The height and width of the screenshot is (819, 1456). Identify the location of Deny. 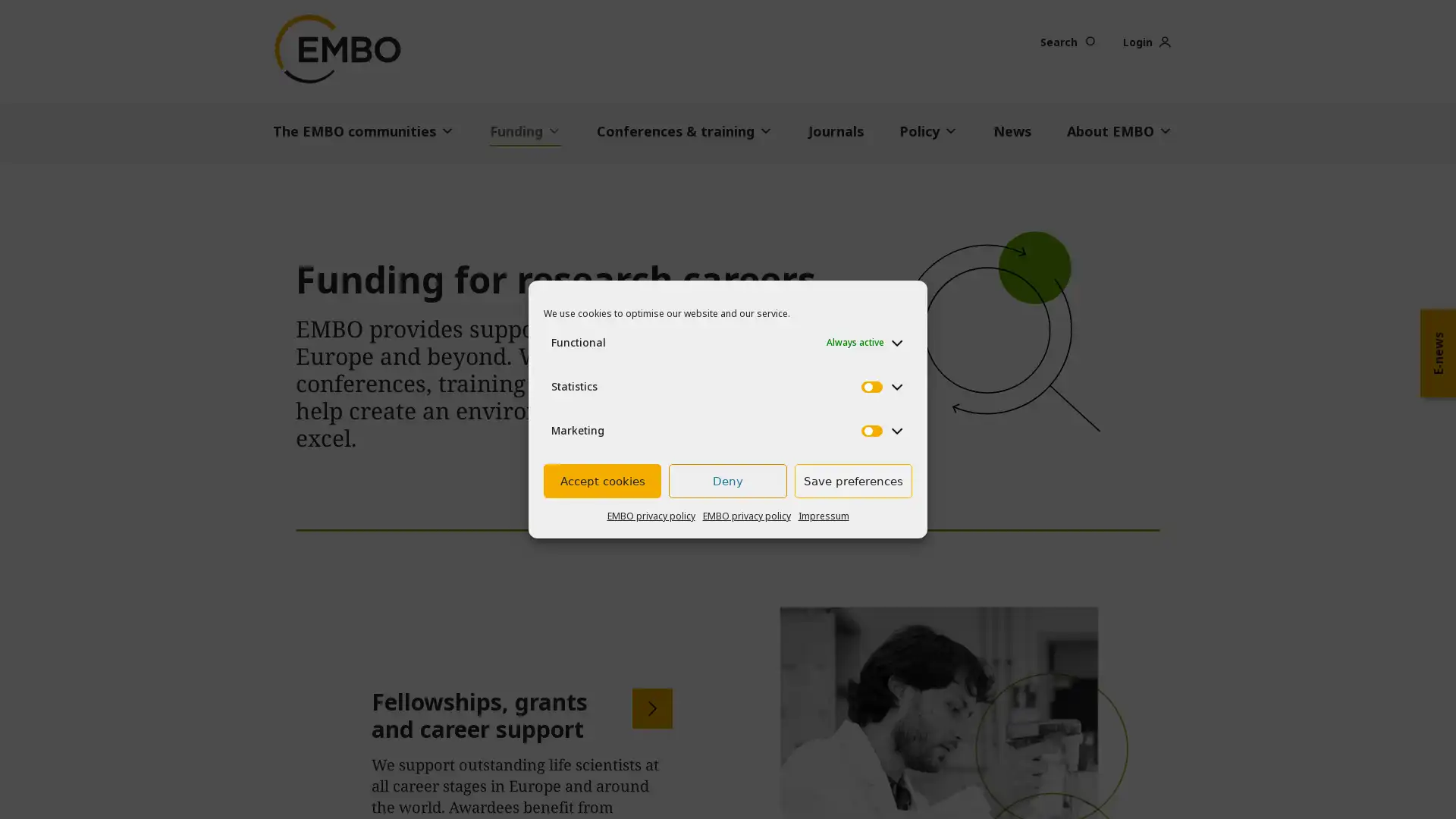
(726, 481).